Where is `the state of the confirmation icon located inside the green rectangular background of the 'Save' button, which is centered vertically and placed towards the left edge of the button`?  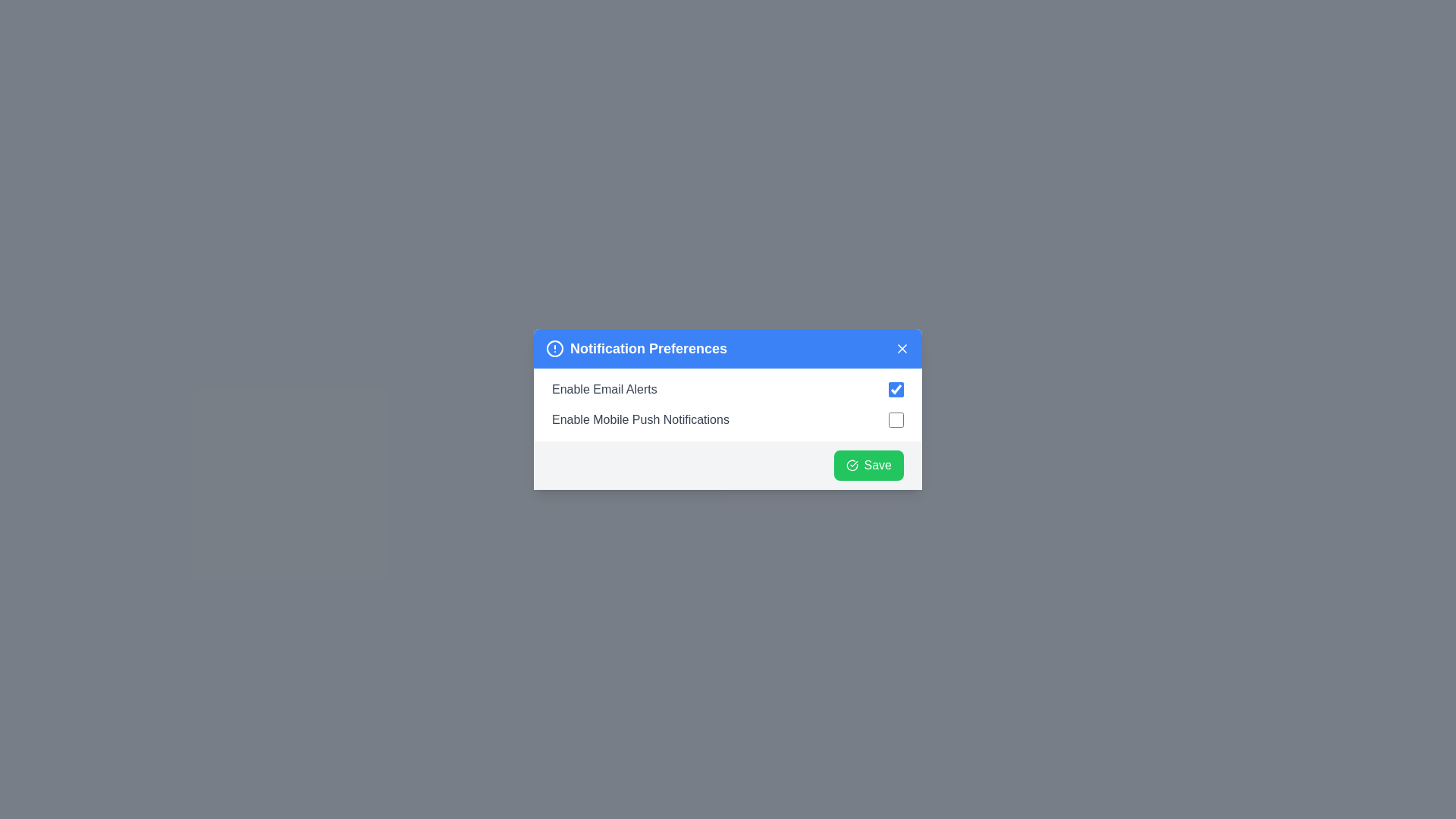
the state of the confirmation icon located inside the green rectangular background of the 'Save' button, which is centered vertically and placed towards the left edge of the button is located at coordinates (852, 464).